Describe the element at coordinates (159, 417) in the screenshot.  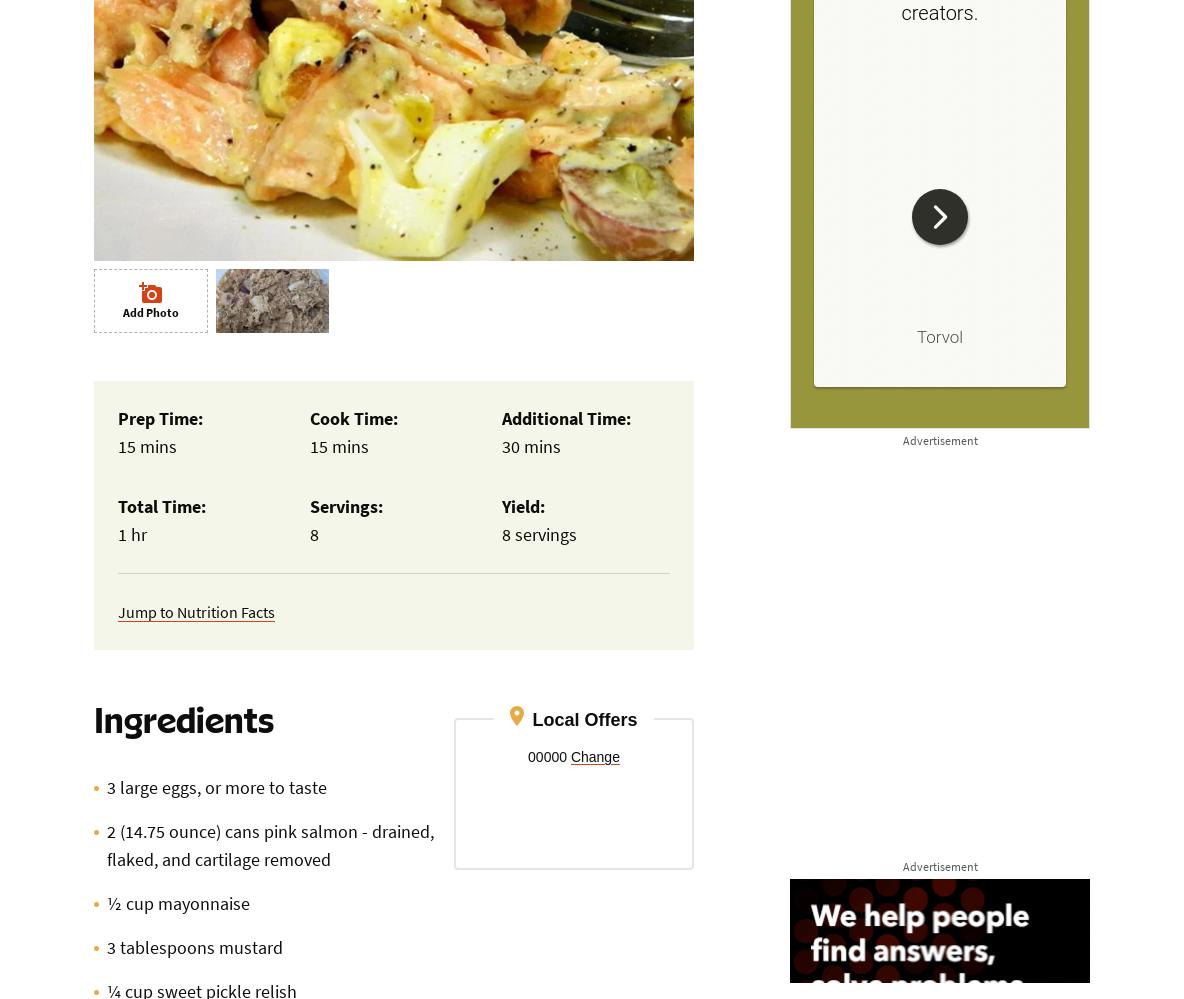
I see `'Prep Time:'` at that location.